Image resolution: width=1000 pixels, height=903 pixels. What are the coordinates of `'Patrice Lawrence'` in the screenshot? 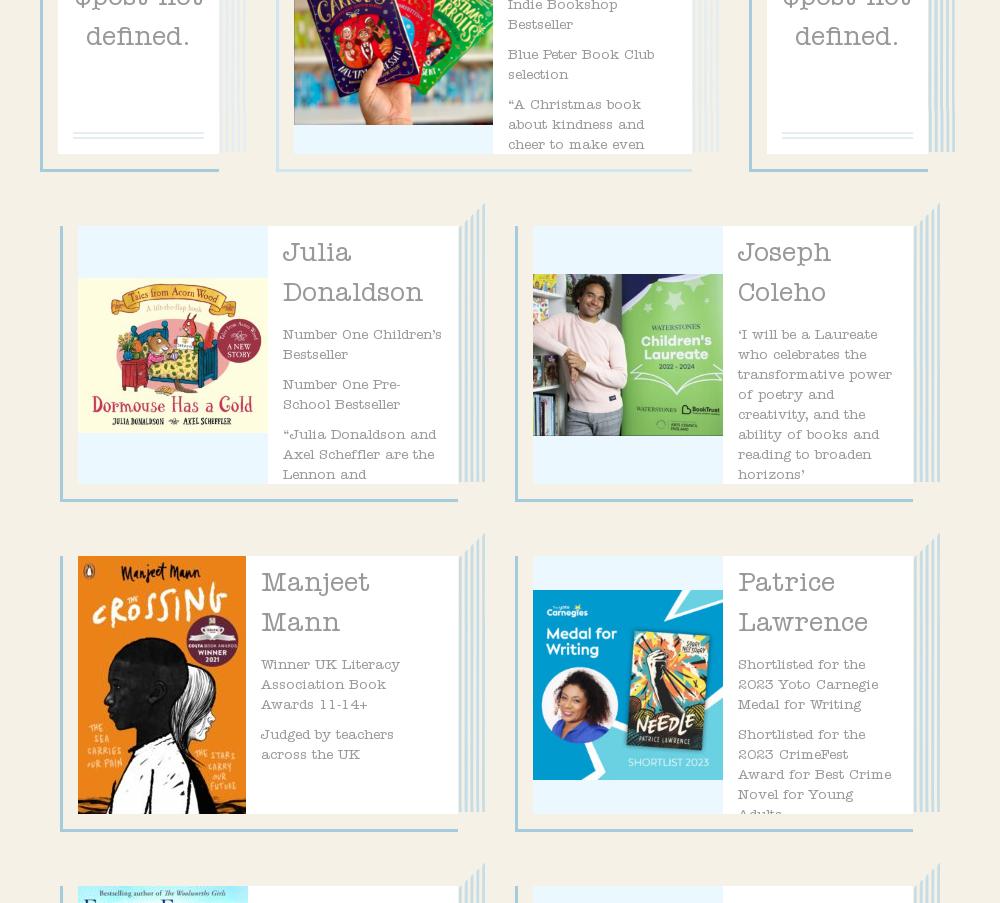 It's located at (803, 606).